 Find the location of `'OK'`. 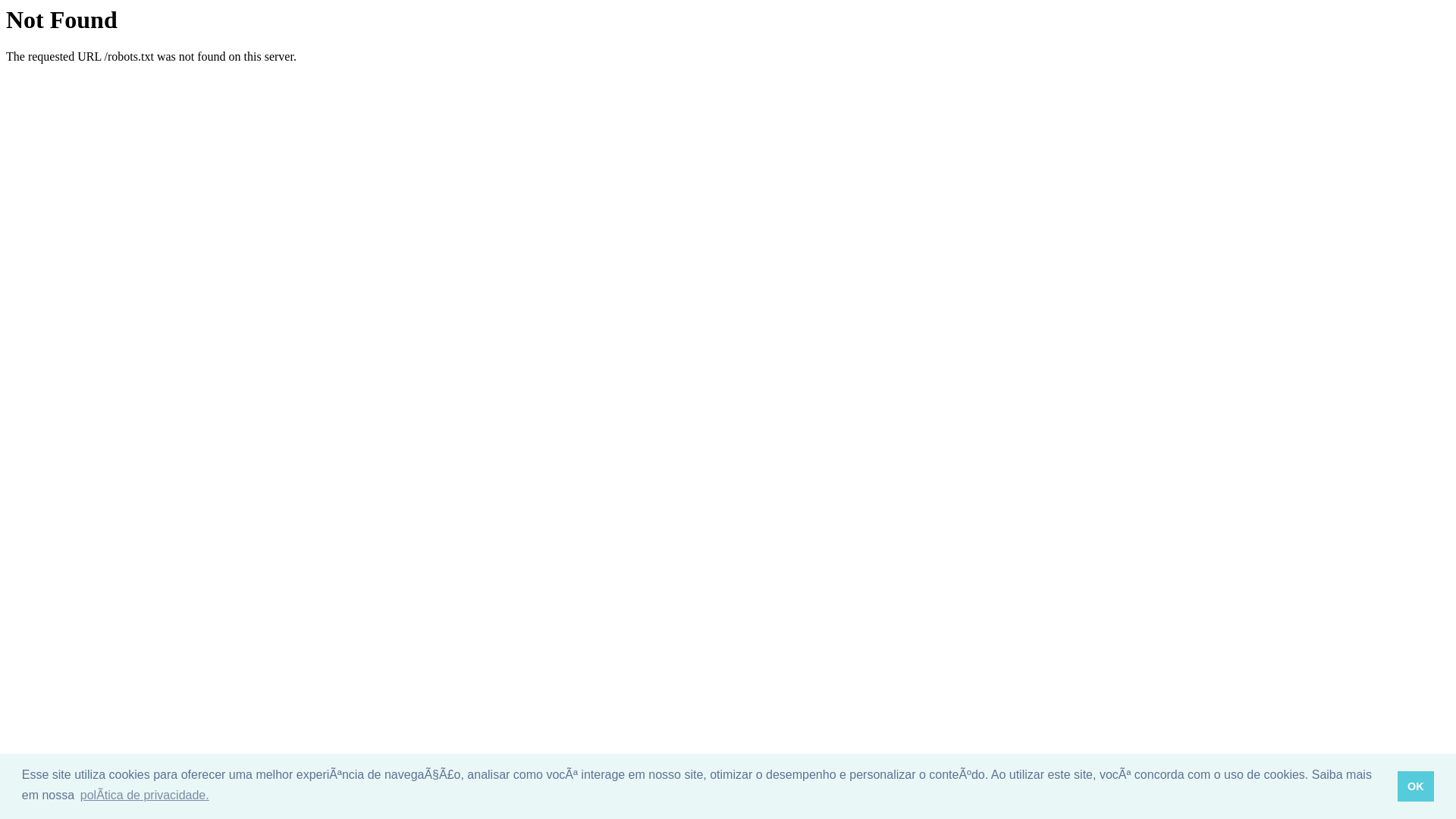

'OK' is located at coordinates (1397, 786).